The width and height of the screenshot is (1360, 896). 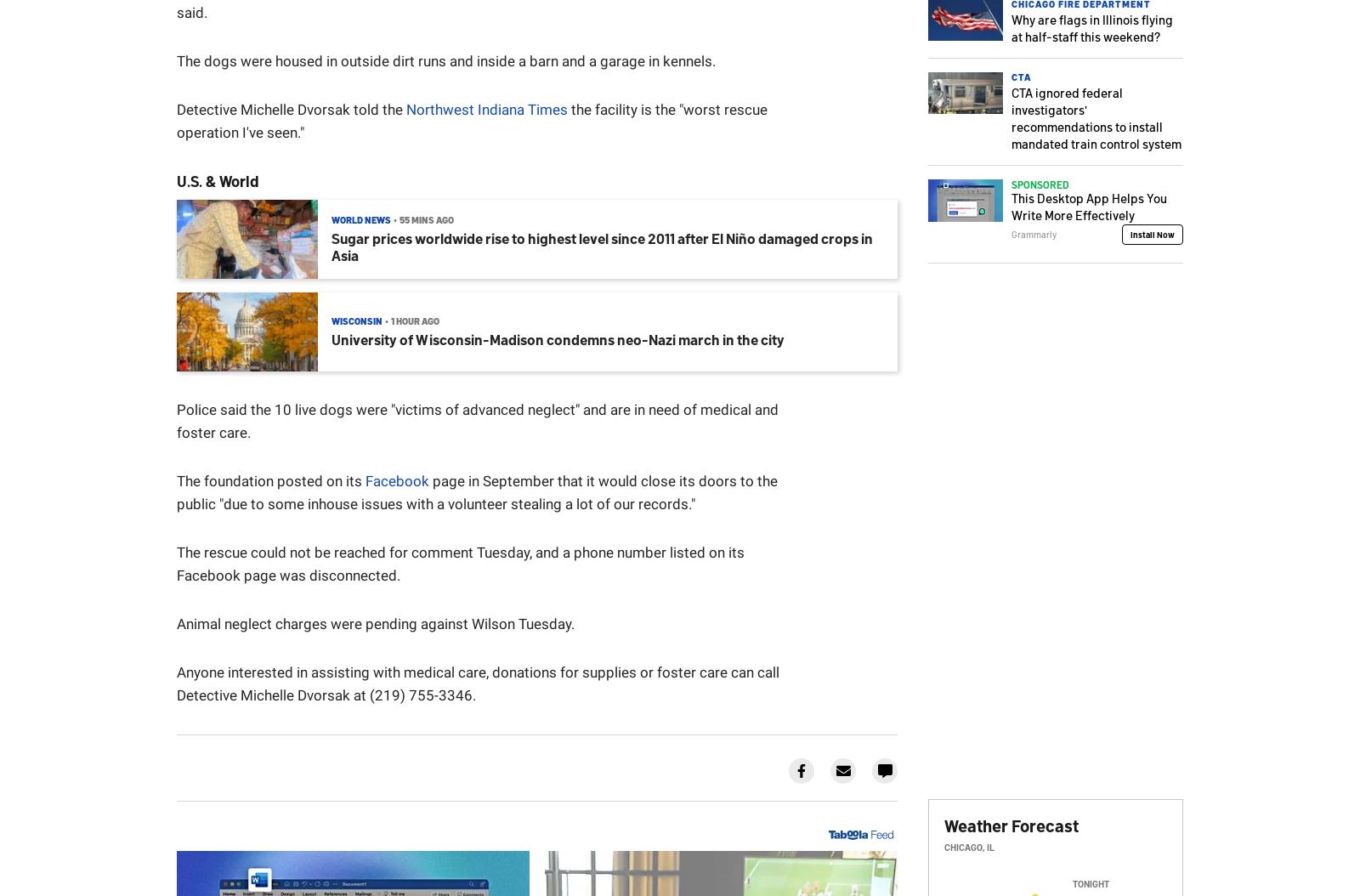 What do you see at coordinates (445, 60) in the screenshot?
I see `'The dogs were housed in outside dirt runs and inside a barn and a garage in kennels.'` at bounding box center [445, 60].